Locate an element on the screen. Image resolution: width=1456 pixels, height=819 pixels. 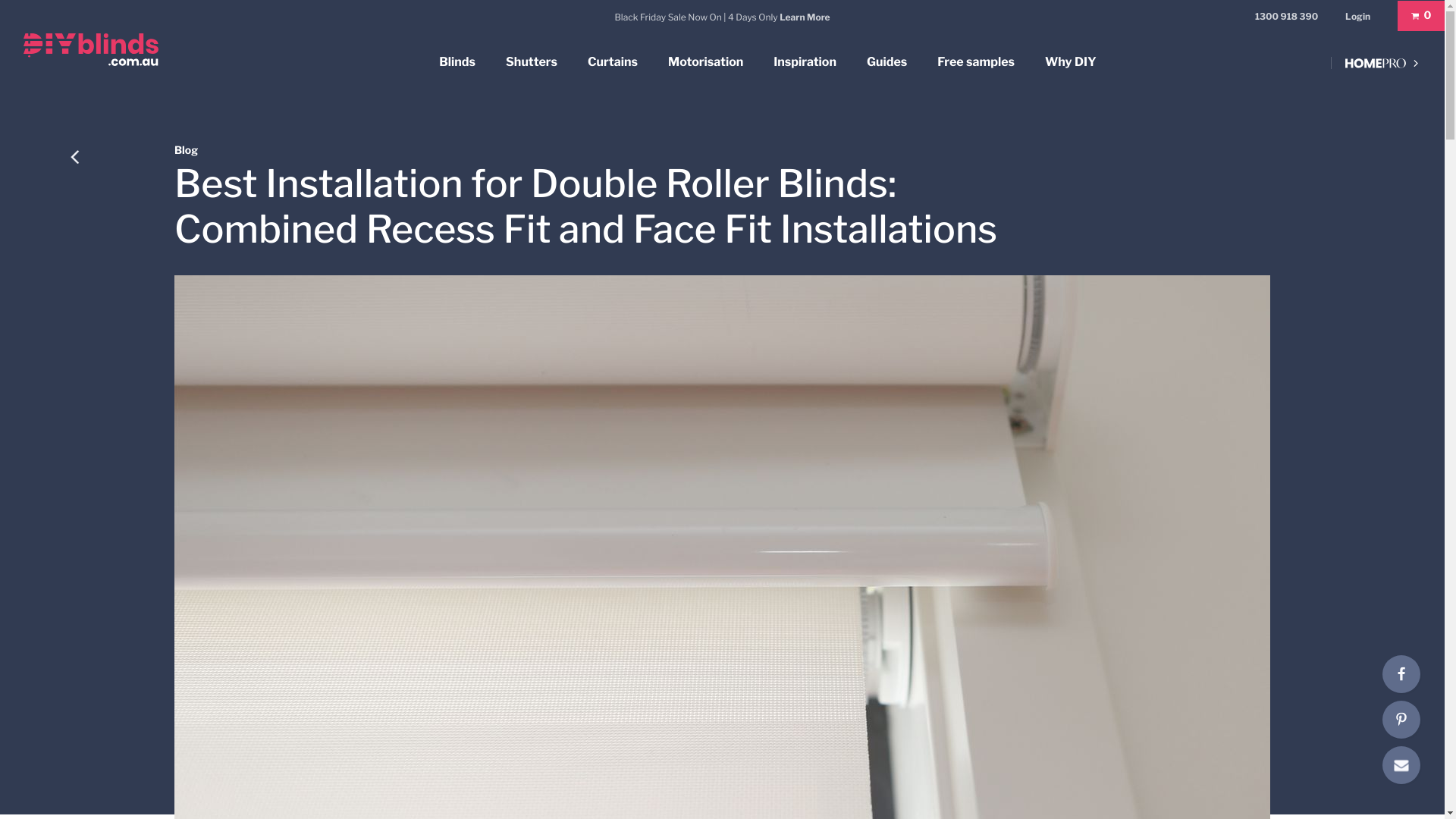
'0' is located at coordinates (1420, 16).